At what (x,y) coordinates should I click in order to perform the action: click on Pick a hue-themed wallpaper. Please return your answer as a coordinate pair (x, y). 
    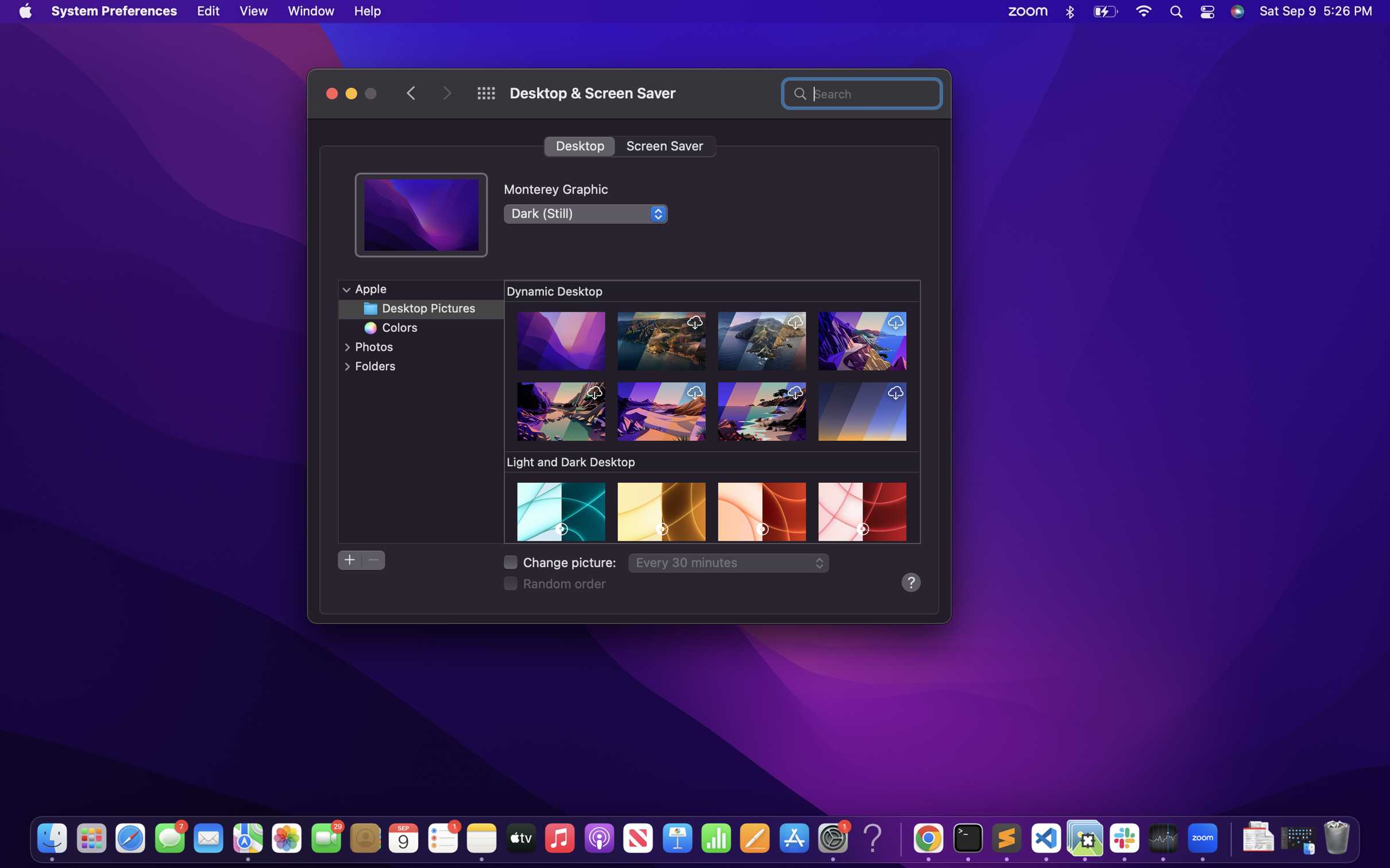
    Looking at the image, I should click on (423, 328).